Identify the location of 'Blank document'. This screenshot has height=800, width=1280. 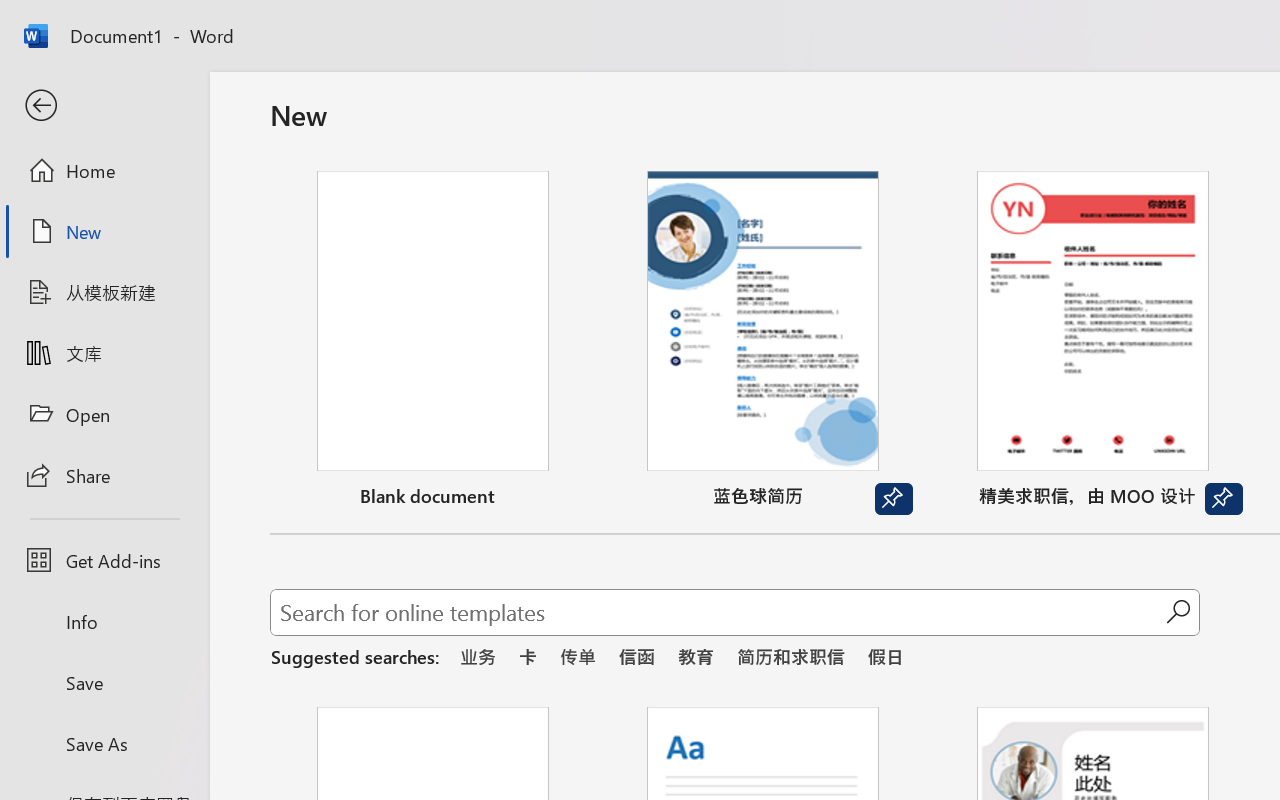
(432, 343).